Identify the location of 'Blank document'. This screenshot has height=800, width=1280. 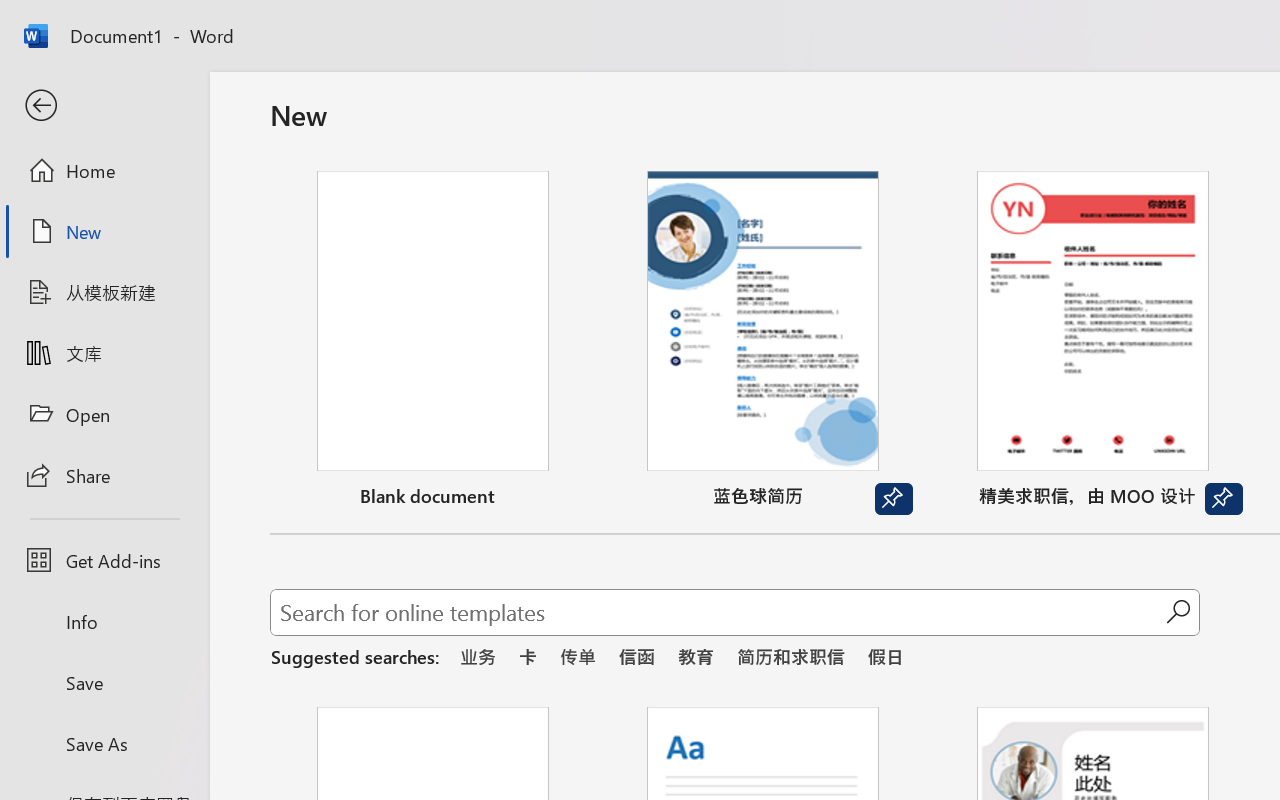
(432, 343).